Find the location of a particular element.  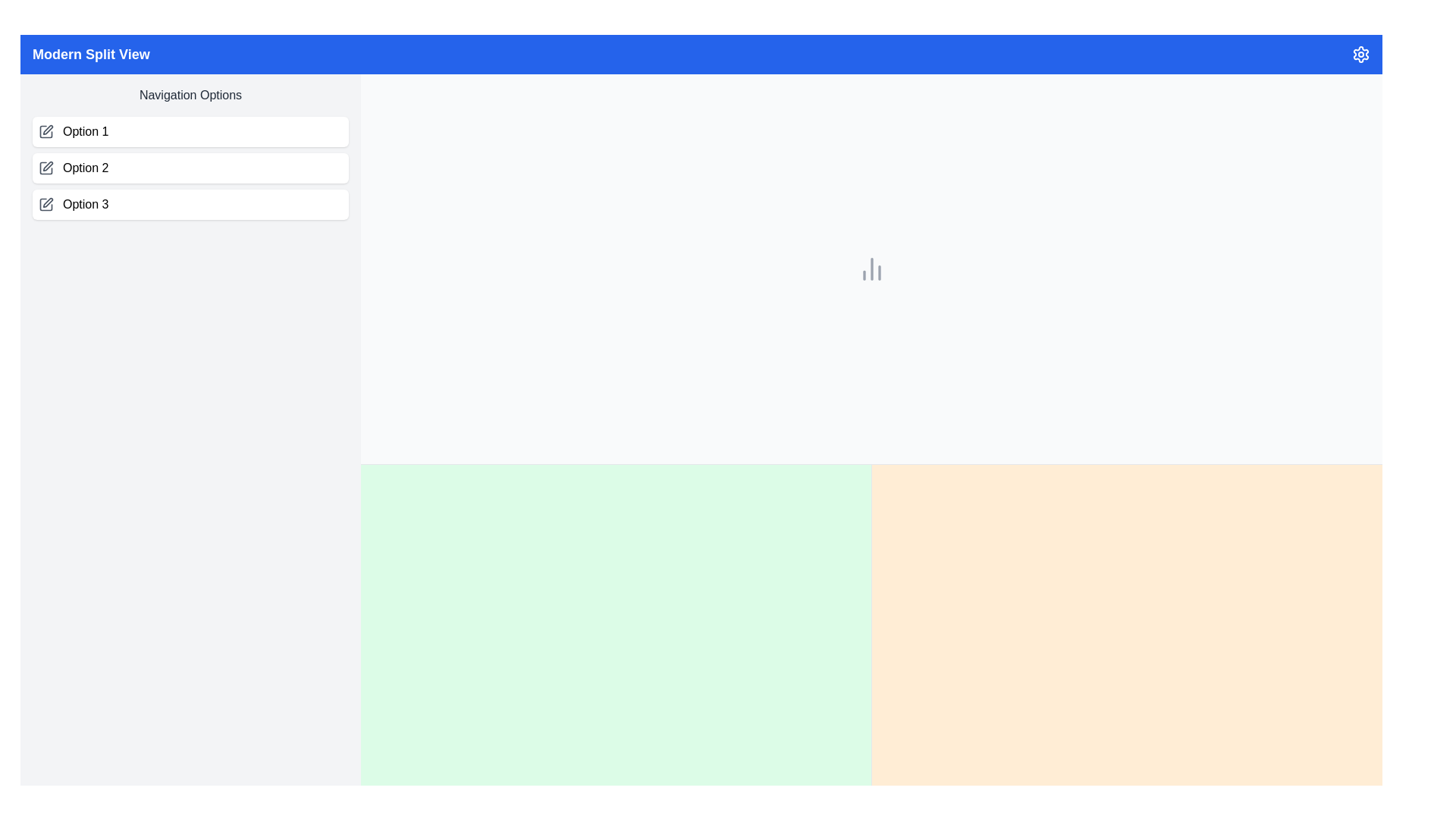

the text label displaying 'Modern Split View' in bold white font against a blue background, located in the top-left corner of the interface is located at coordinates (90, 54).